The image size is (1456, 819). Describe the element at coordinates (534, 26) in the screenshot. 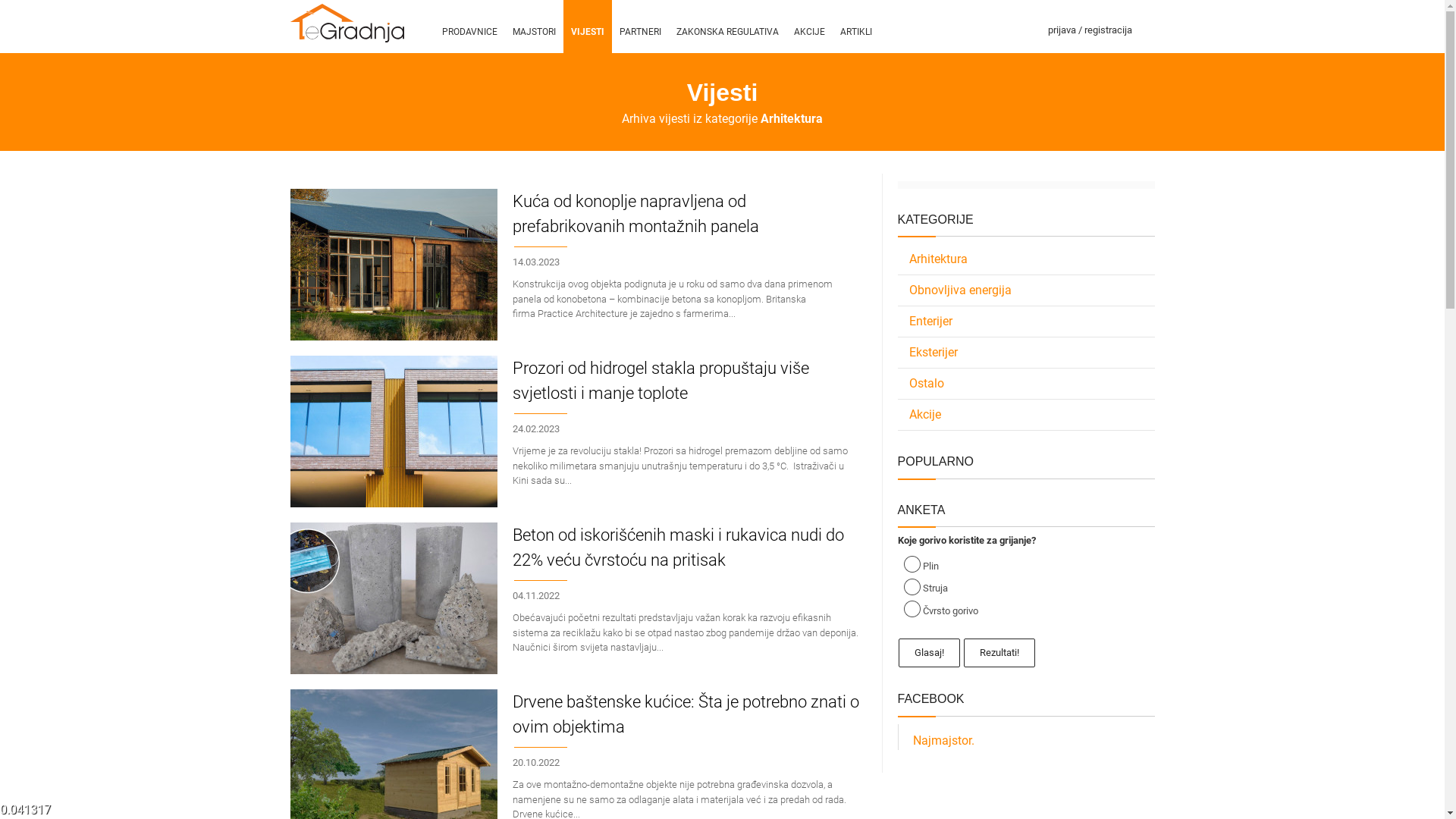

I see `'MAJSTORI'` at that location.